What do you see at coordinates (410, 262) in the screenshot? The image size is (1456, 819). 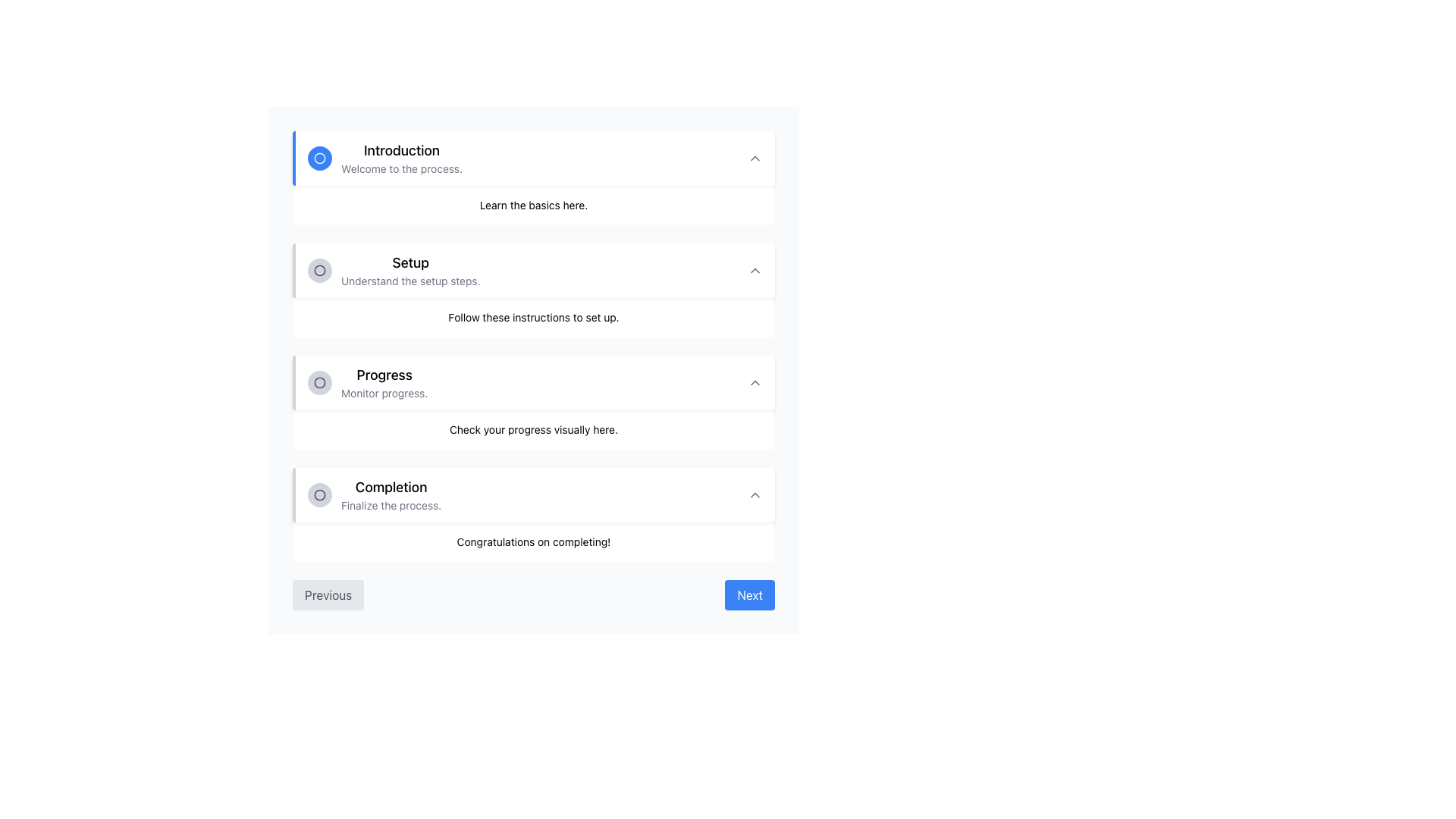 I see `the medium-sized, bold text label that reads 'Setup', which is visually distinct in black color and located near the center of the interface, slightly below 'Introduction'` at bounding box center [410, 262].